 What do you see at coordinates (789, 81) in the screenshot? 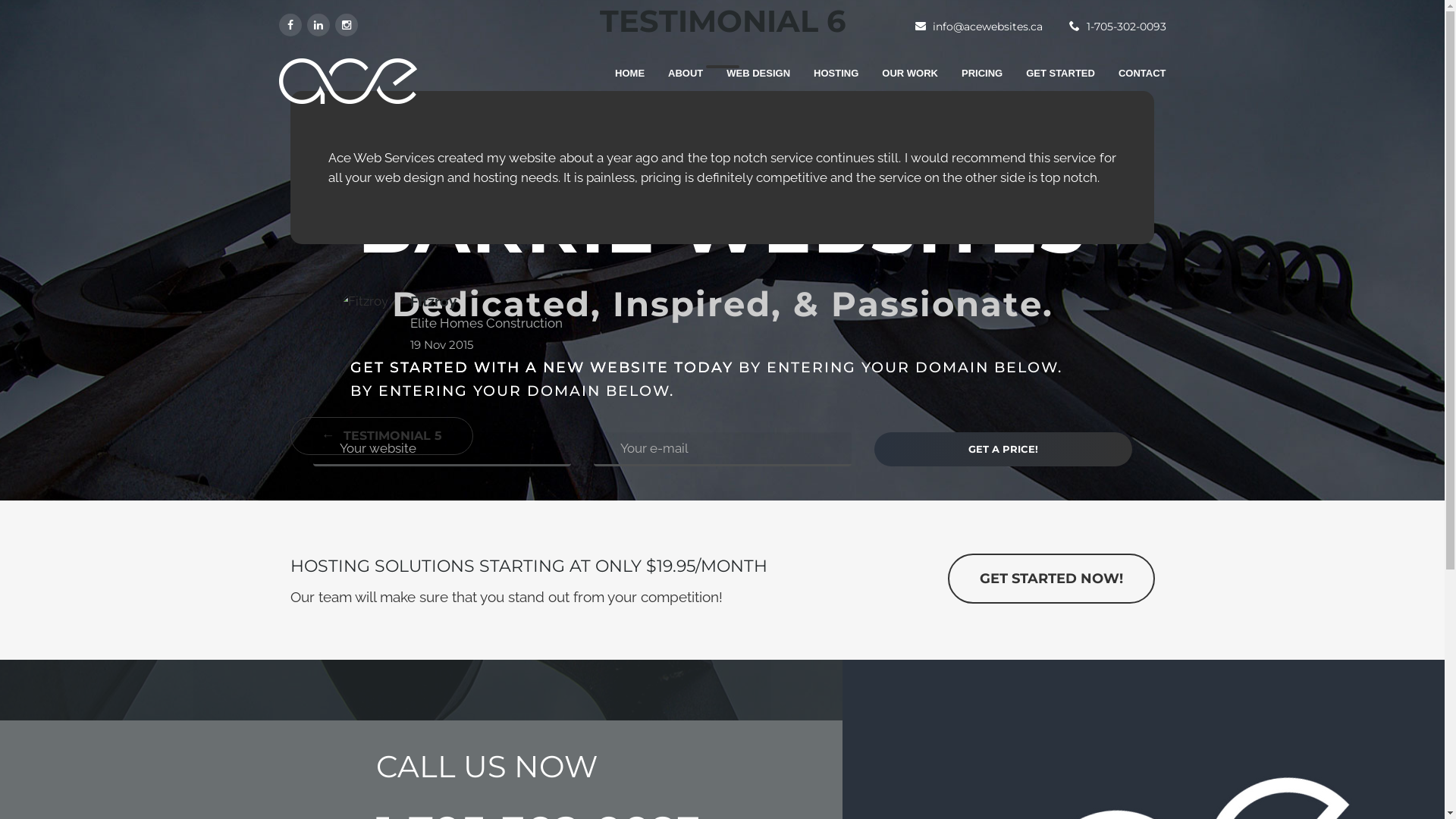
I see `'HOSTING'` at bounding box center [789, 81].